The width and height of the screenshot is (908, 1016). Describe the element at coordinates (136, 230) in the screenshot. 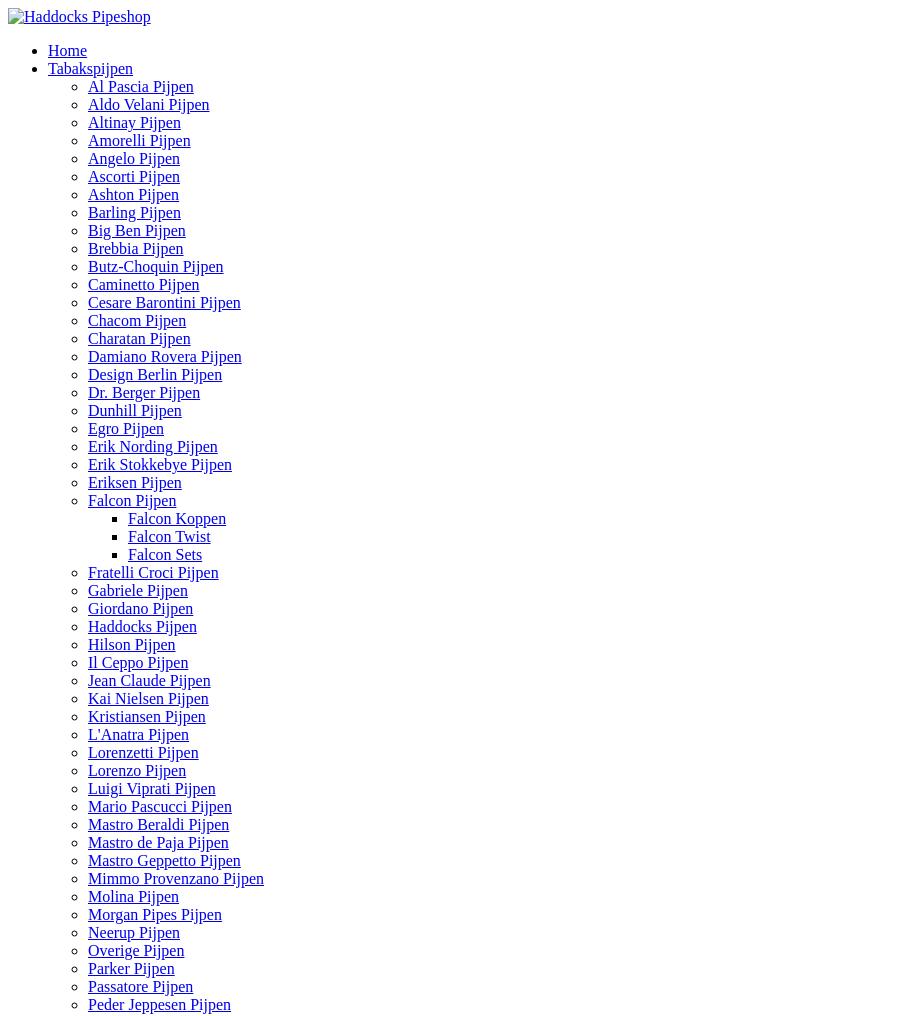

I see `'Big Ben Pijpen'` at that location.